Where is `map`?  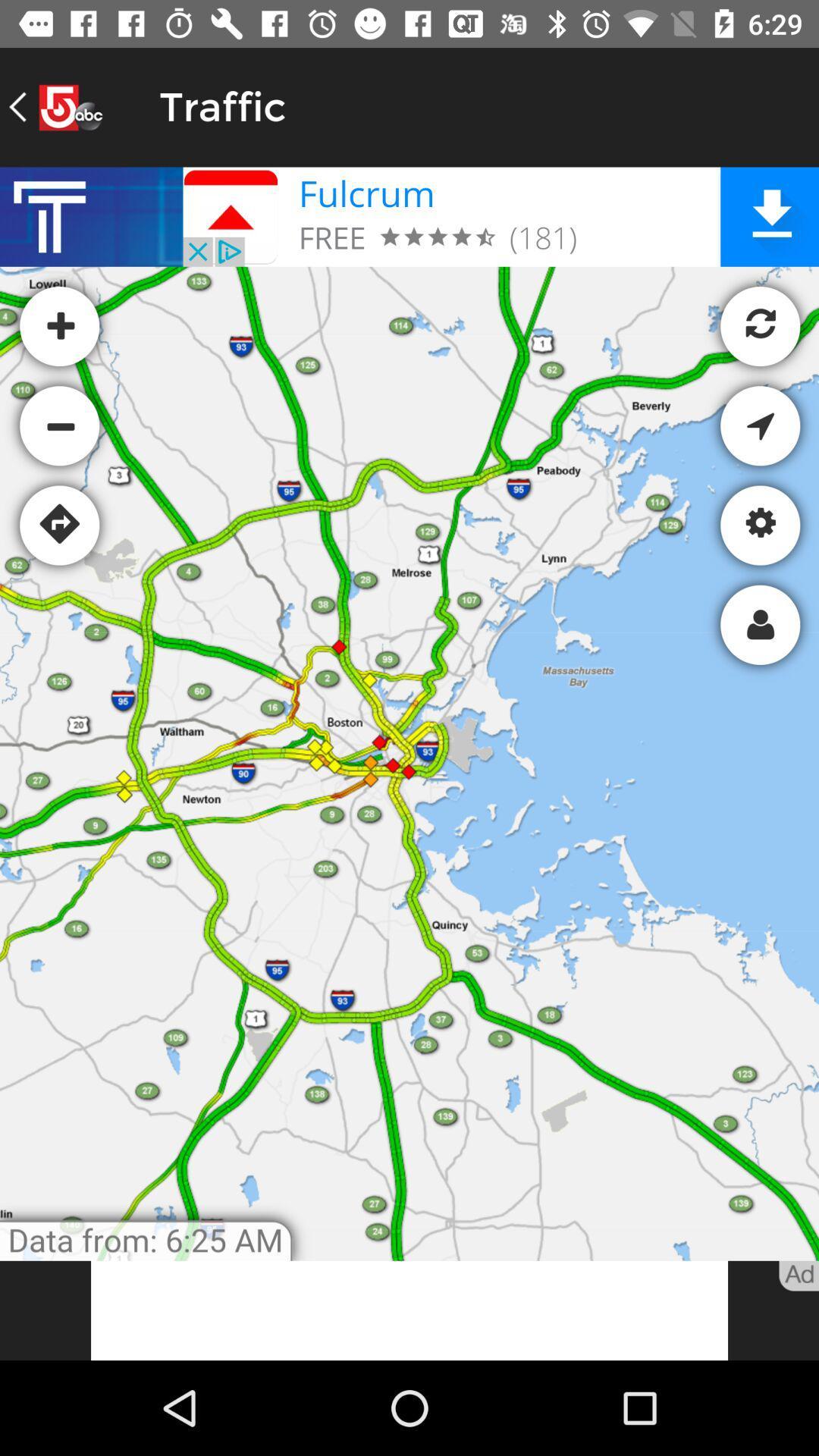 map is located at coordinates (409, 713).